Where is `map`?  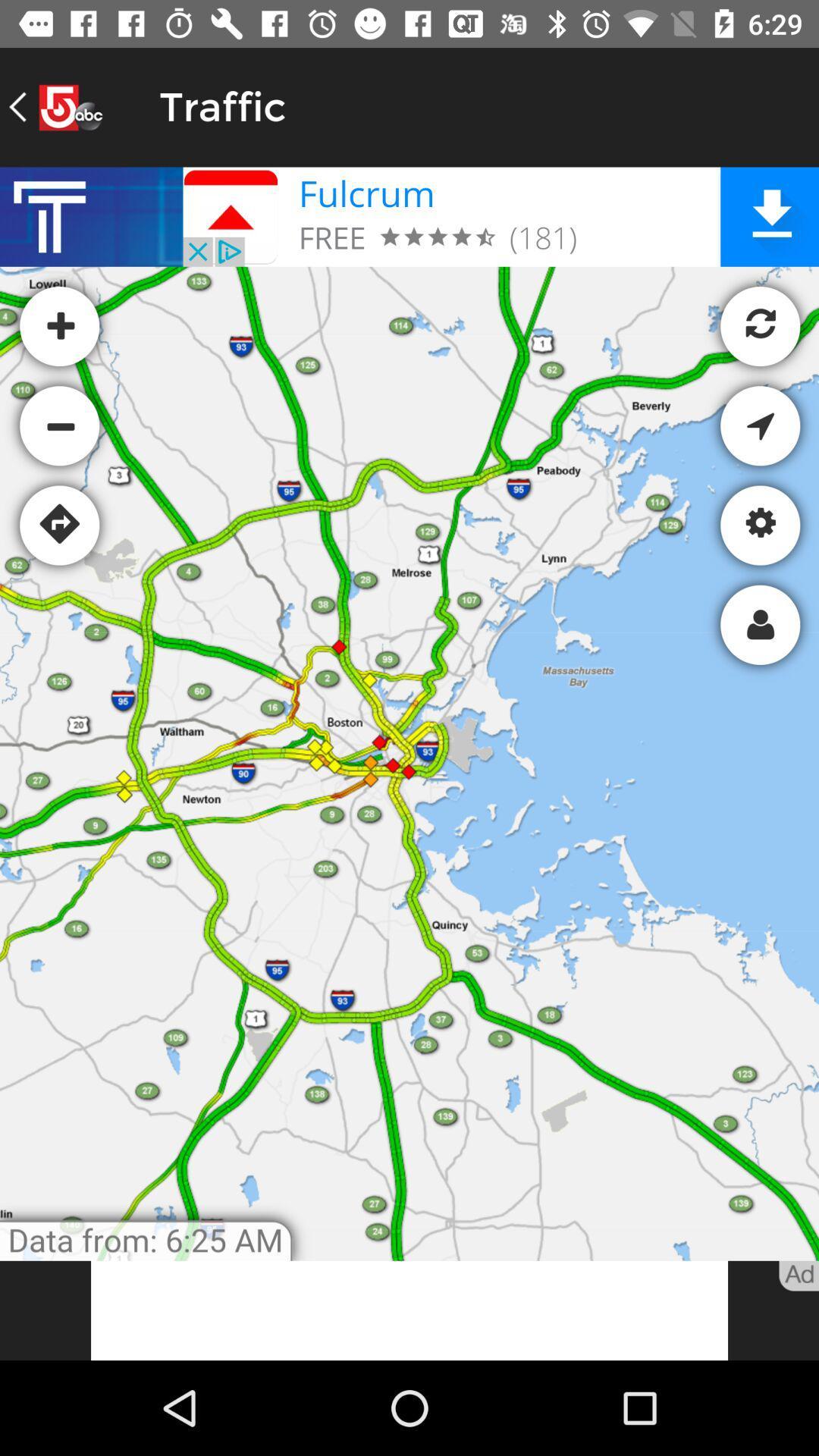 map is located at coordinates (409, 713).